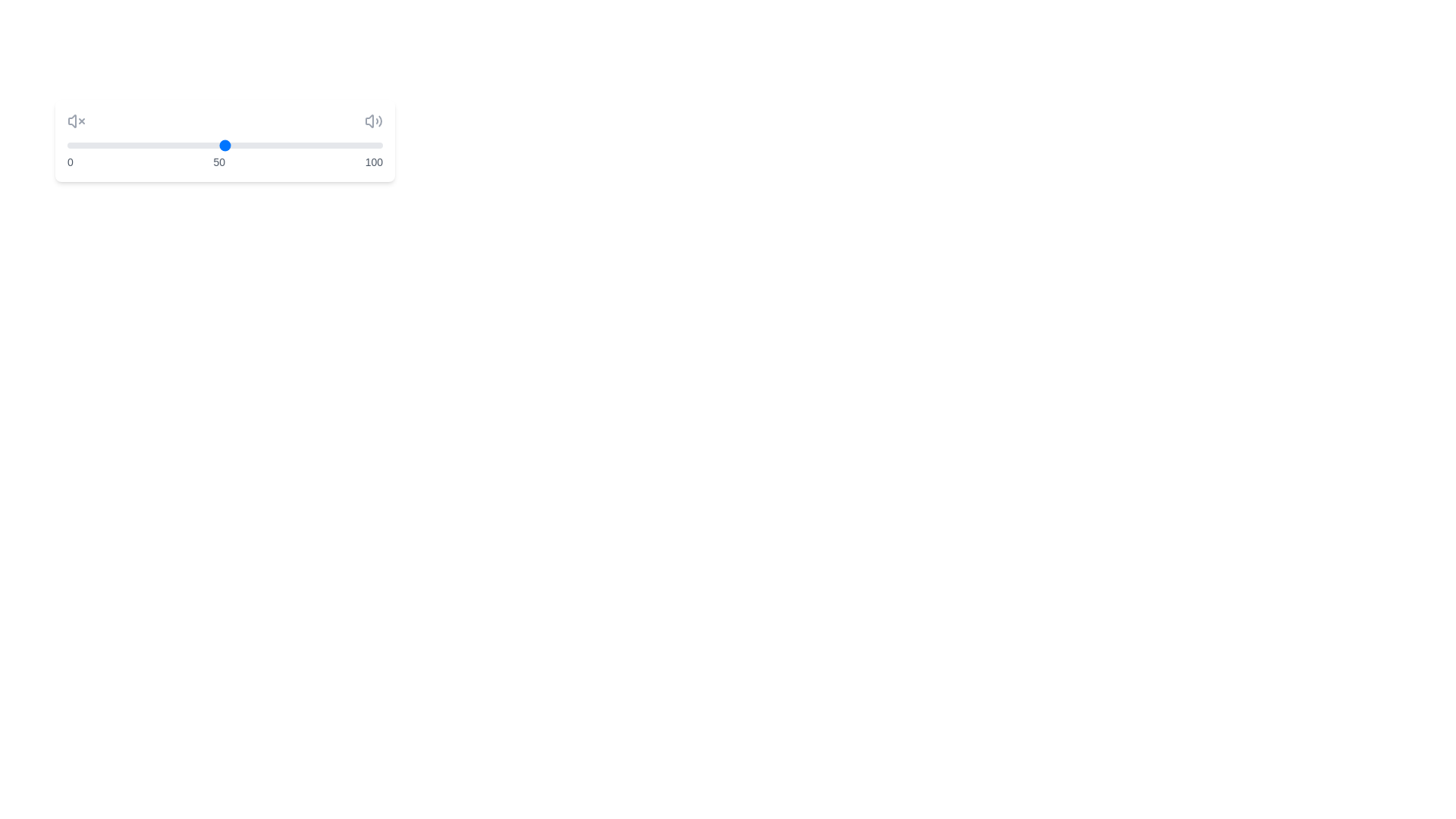  Describe the element at coordinates (374, 120) in the screenshot. I see `the volume icon on the right` at that location.